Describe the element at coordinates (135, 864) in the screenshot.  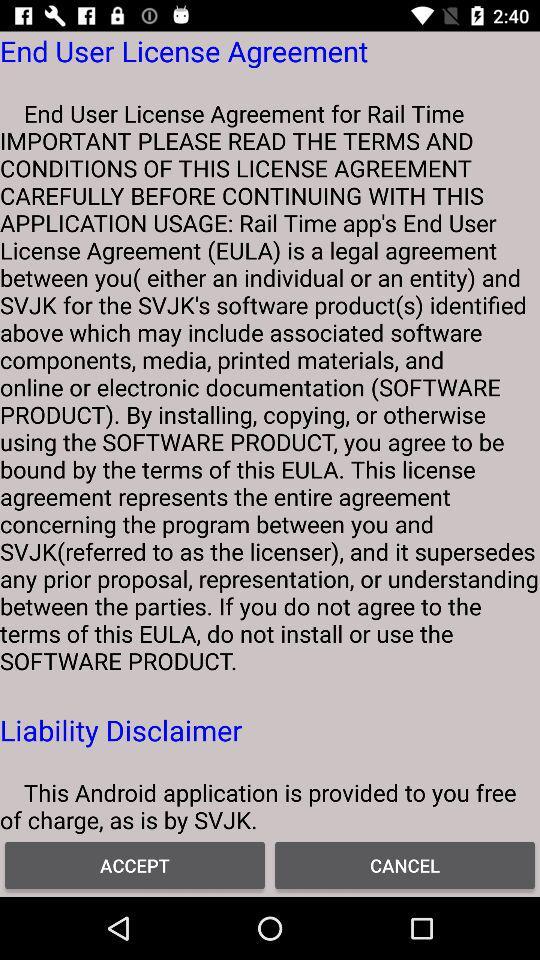
I see `the icon next to the cancel icon` at that location.